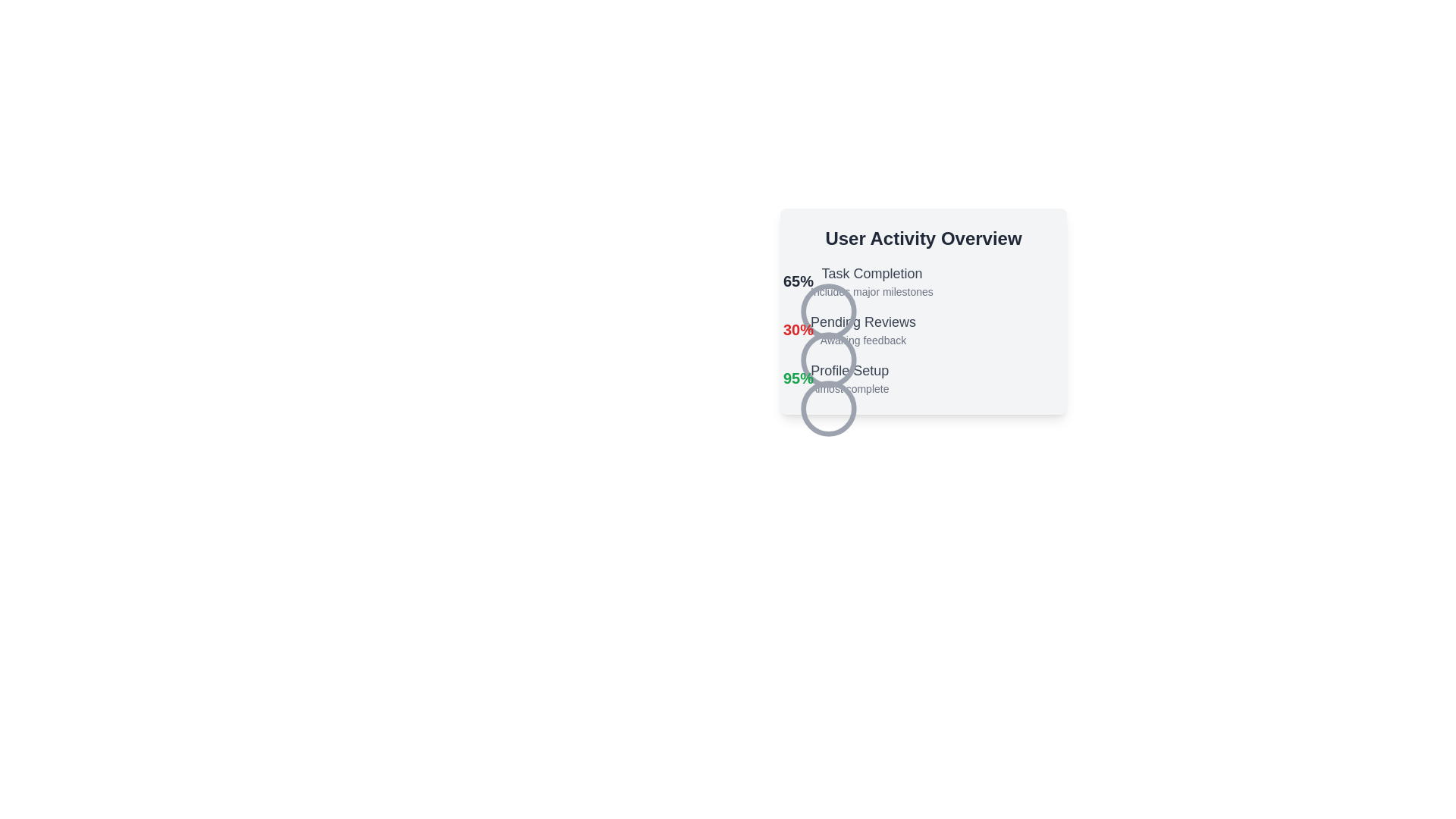  What do you see at coordinates (923, 239) in the screenshot?
I see `the header text 'User Activity Overview', which is prominently styled and positioned at the top of the user activity statistics panel` at bounding box center [923, 239].